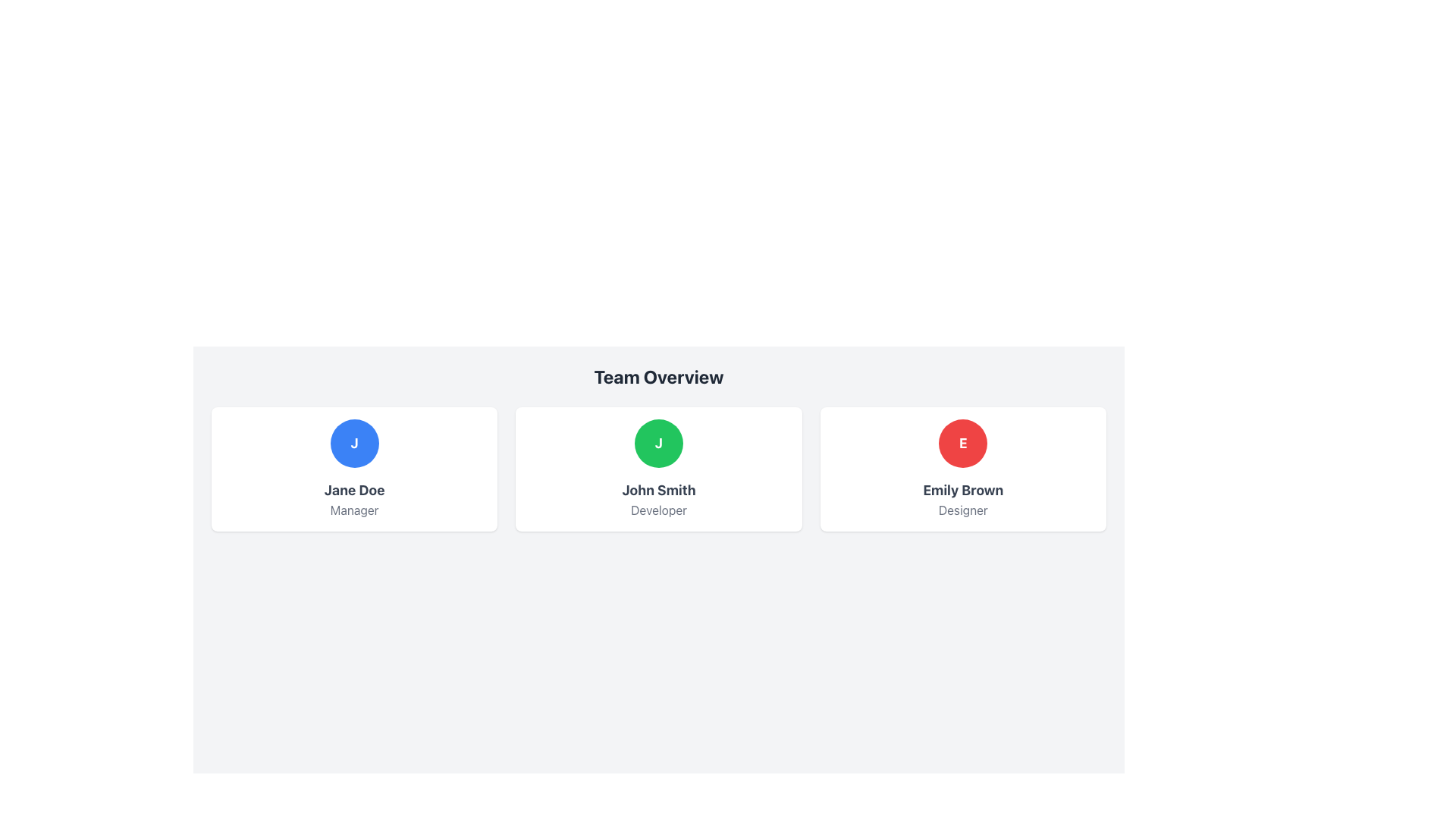 The image size is (1456, 819). Describe the element at coordinates (962, 491) in the screenshot. I see `text label that identifies the individual associated with the card, located below the red circular icon and above the 'Designer' label in the rightmost white card of the list` at that location.